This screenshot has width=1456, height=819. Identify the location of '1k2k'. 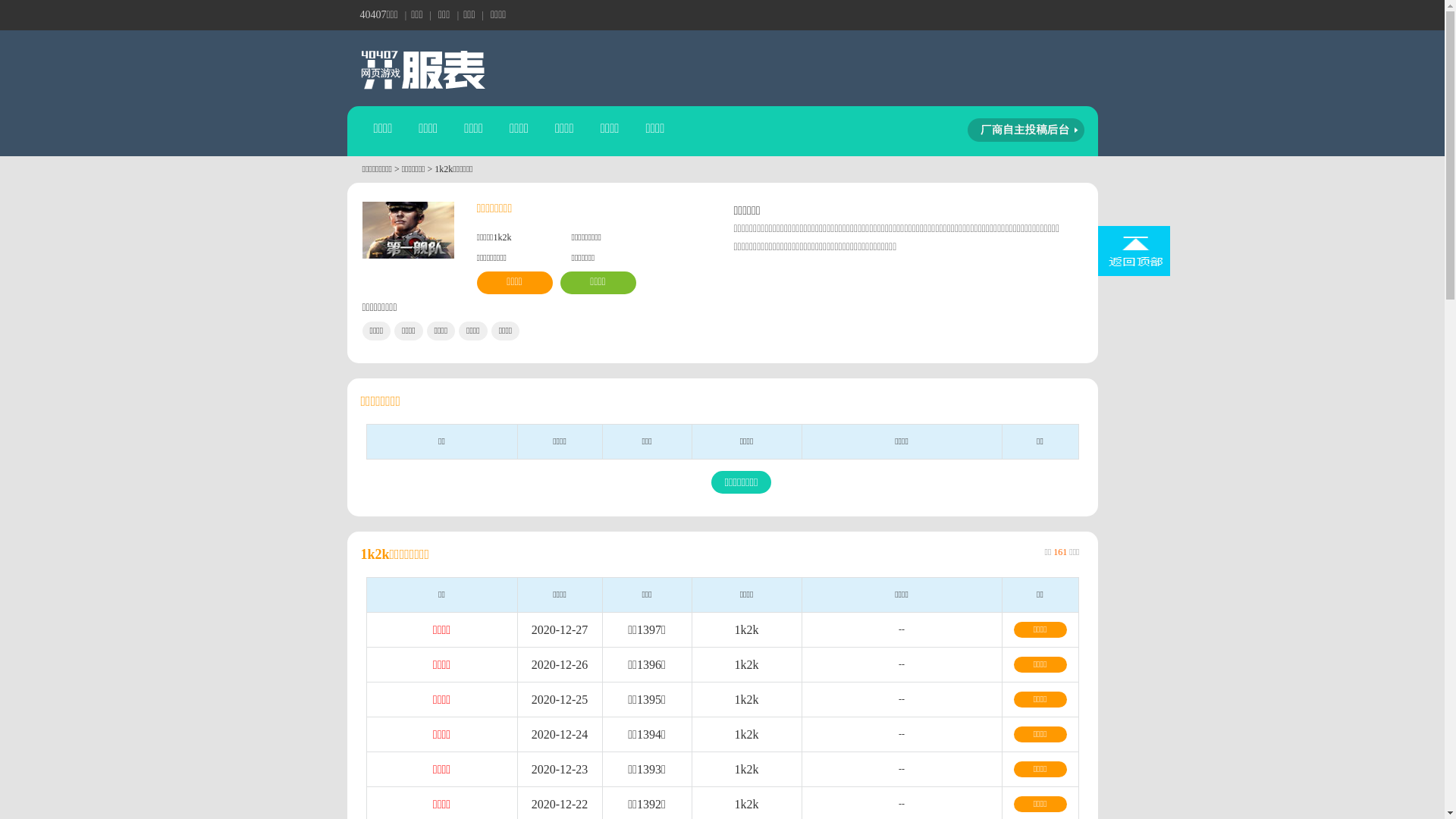
(745, 733).